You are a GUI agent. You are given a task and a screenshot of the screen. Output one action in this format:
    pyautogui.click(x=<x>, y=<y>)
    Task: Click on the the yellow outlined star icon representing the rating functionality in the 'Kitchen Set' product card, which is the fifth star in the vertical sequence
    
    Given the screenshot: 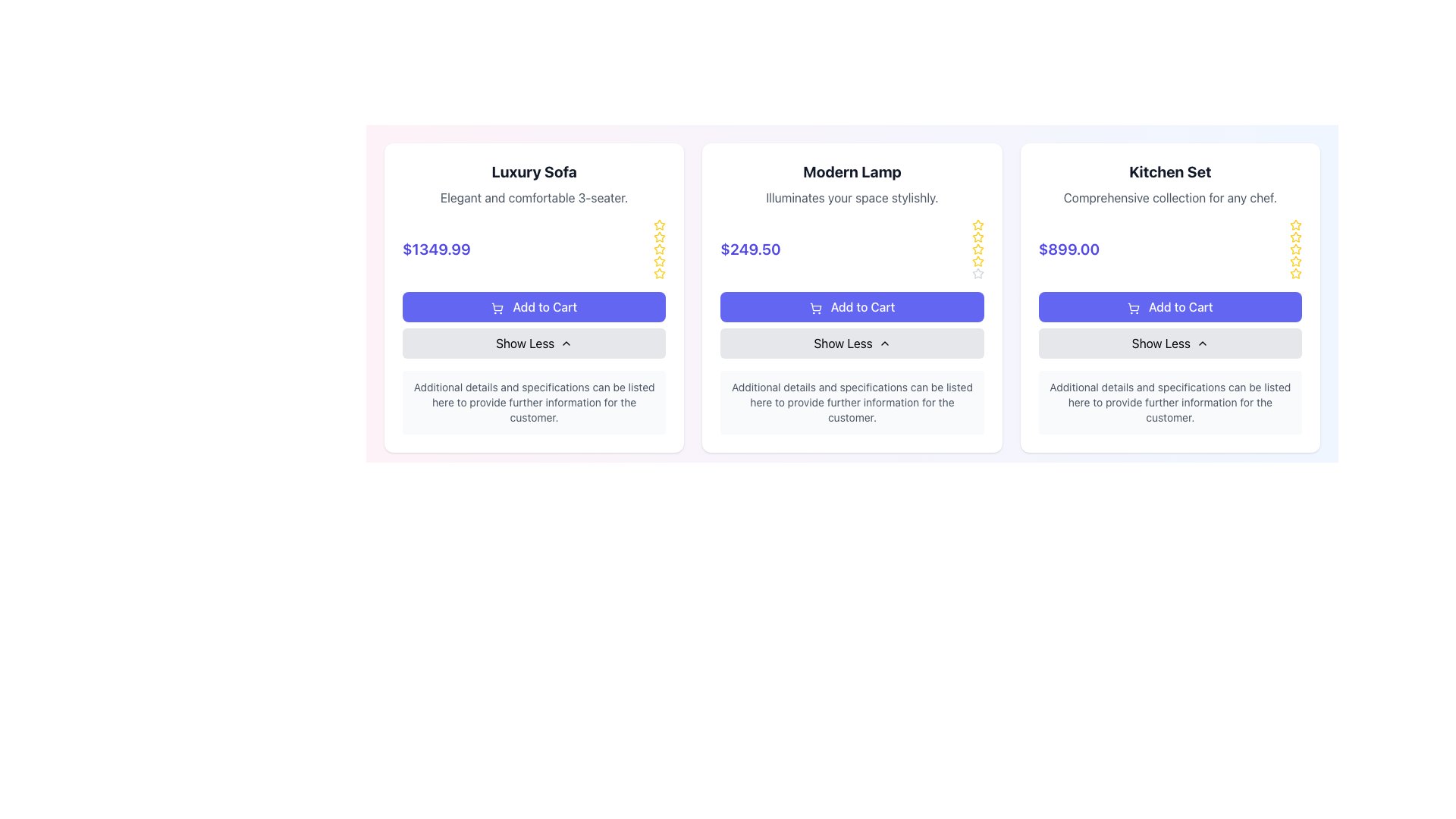 What is the action you would take?
    pyautogui.click(x=1294, y=260)
    